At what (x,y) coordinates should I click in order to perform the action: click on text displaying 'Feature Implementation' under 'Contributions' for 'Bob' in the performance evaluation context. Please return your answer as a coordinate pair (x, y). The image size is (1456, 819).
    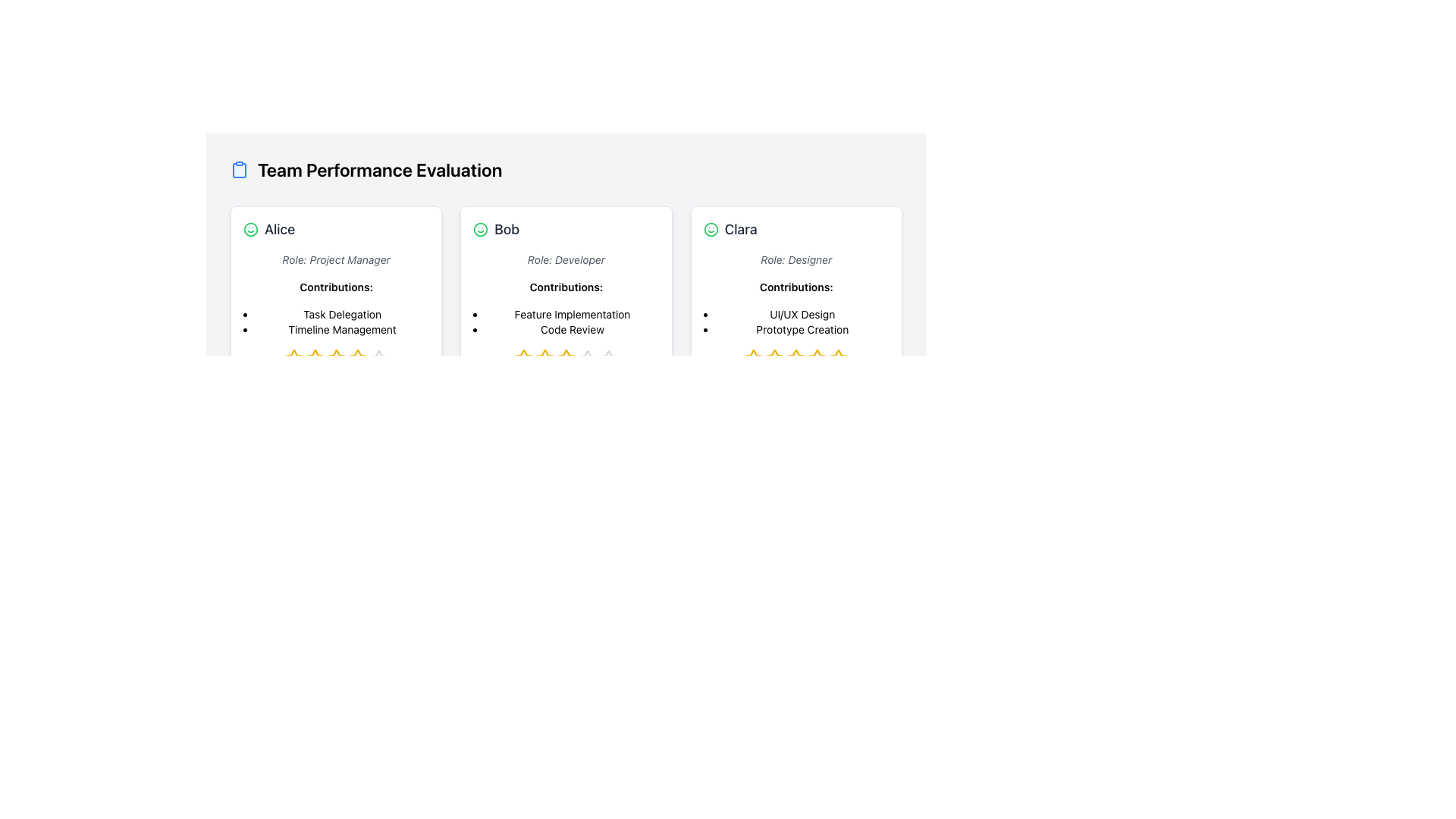
    Looking at the image, I should click on (571, 314).